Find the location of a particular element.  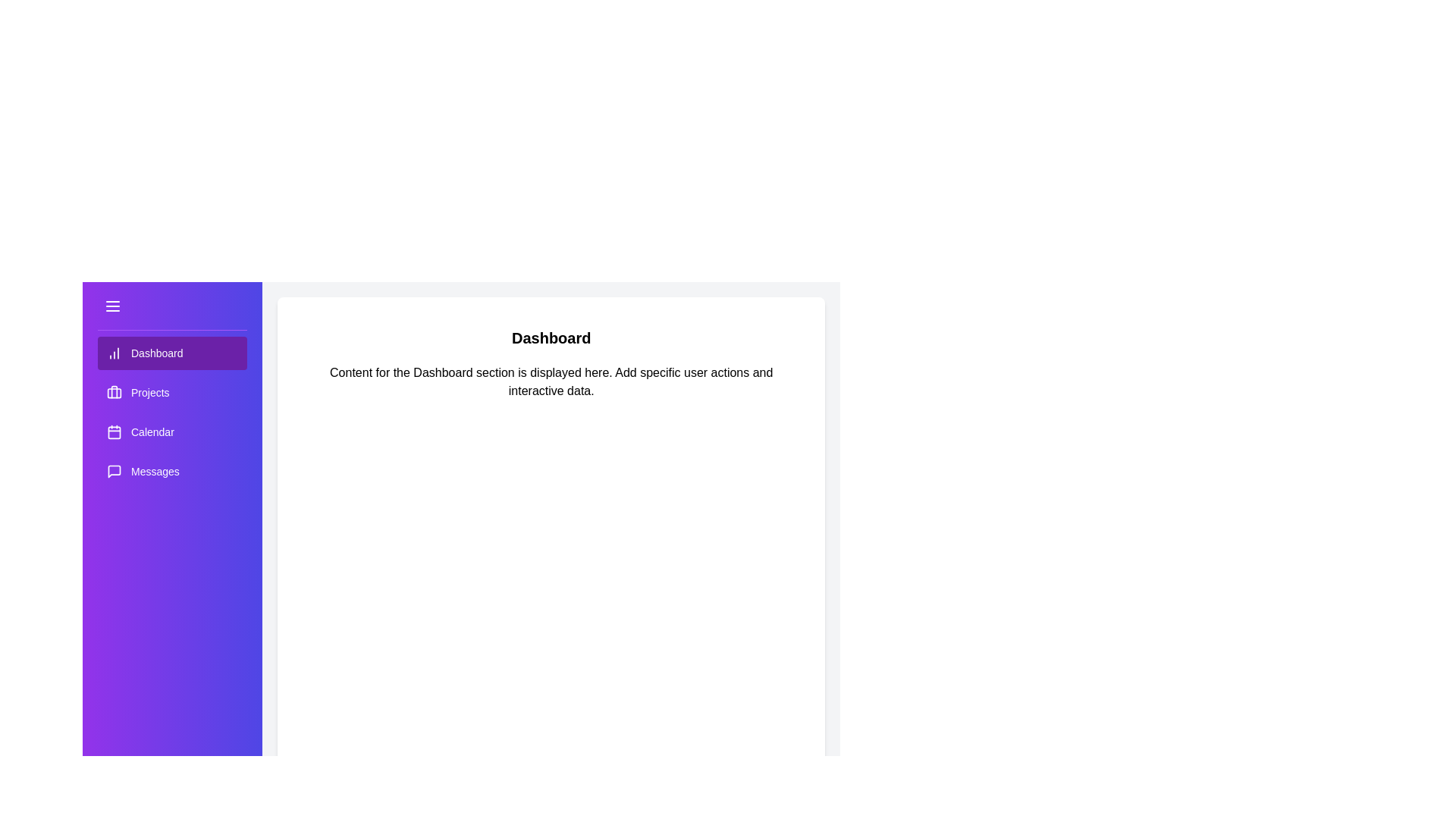

the menu item labeled Projects to switch the content is located at coordinates (172, 391).